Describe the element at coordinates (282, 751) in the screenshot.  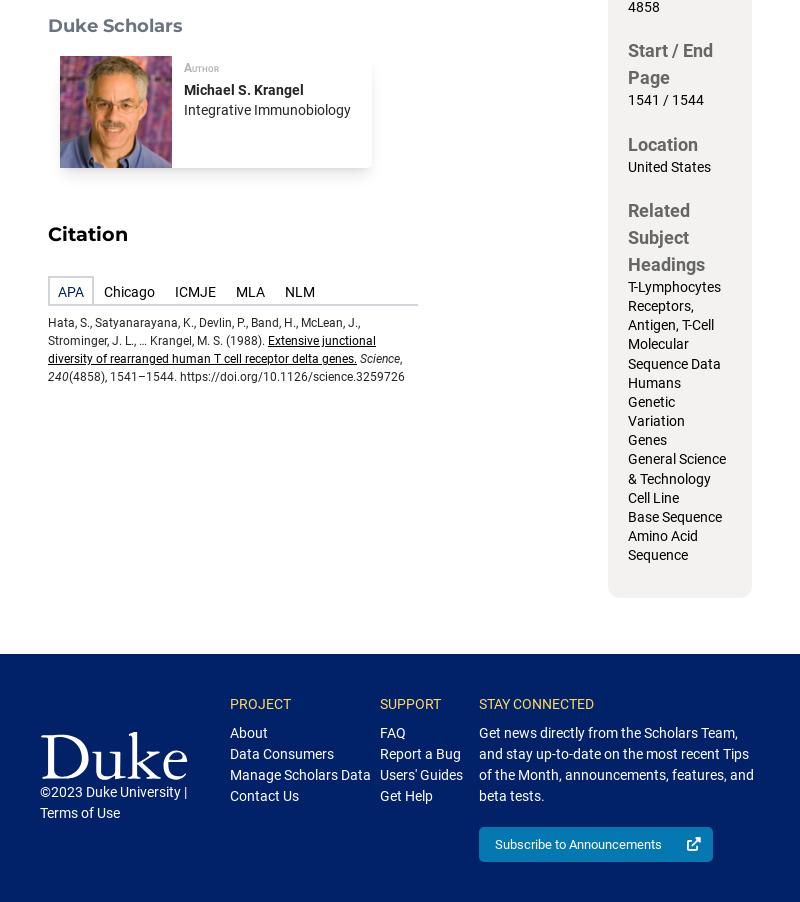
I see `'Data Consumers'` at that location.